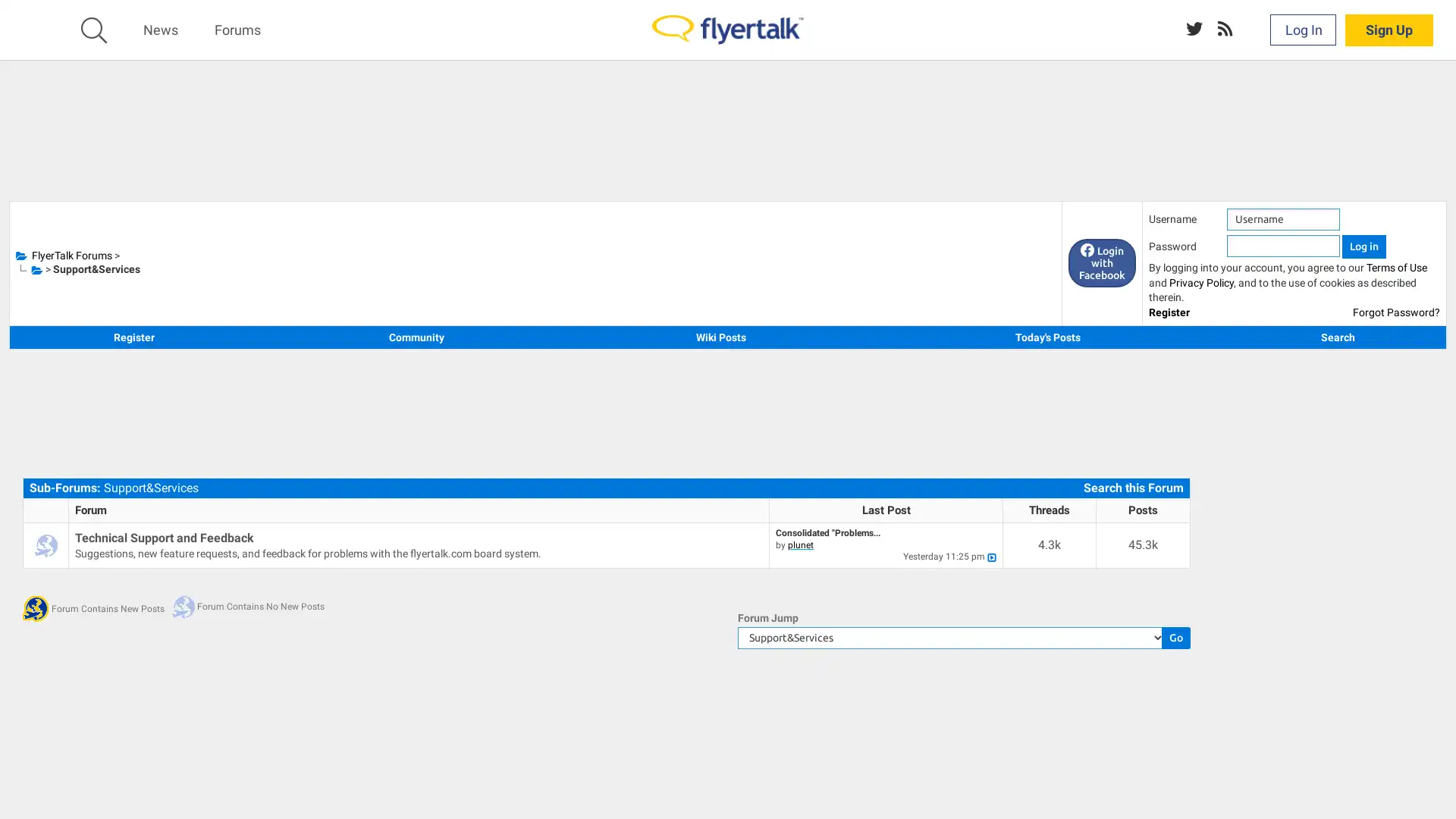  Describe the element at coordinates (1102, 262) in the screenshot. I see `Login with Facebook` at that location.